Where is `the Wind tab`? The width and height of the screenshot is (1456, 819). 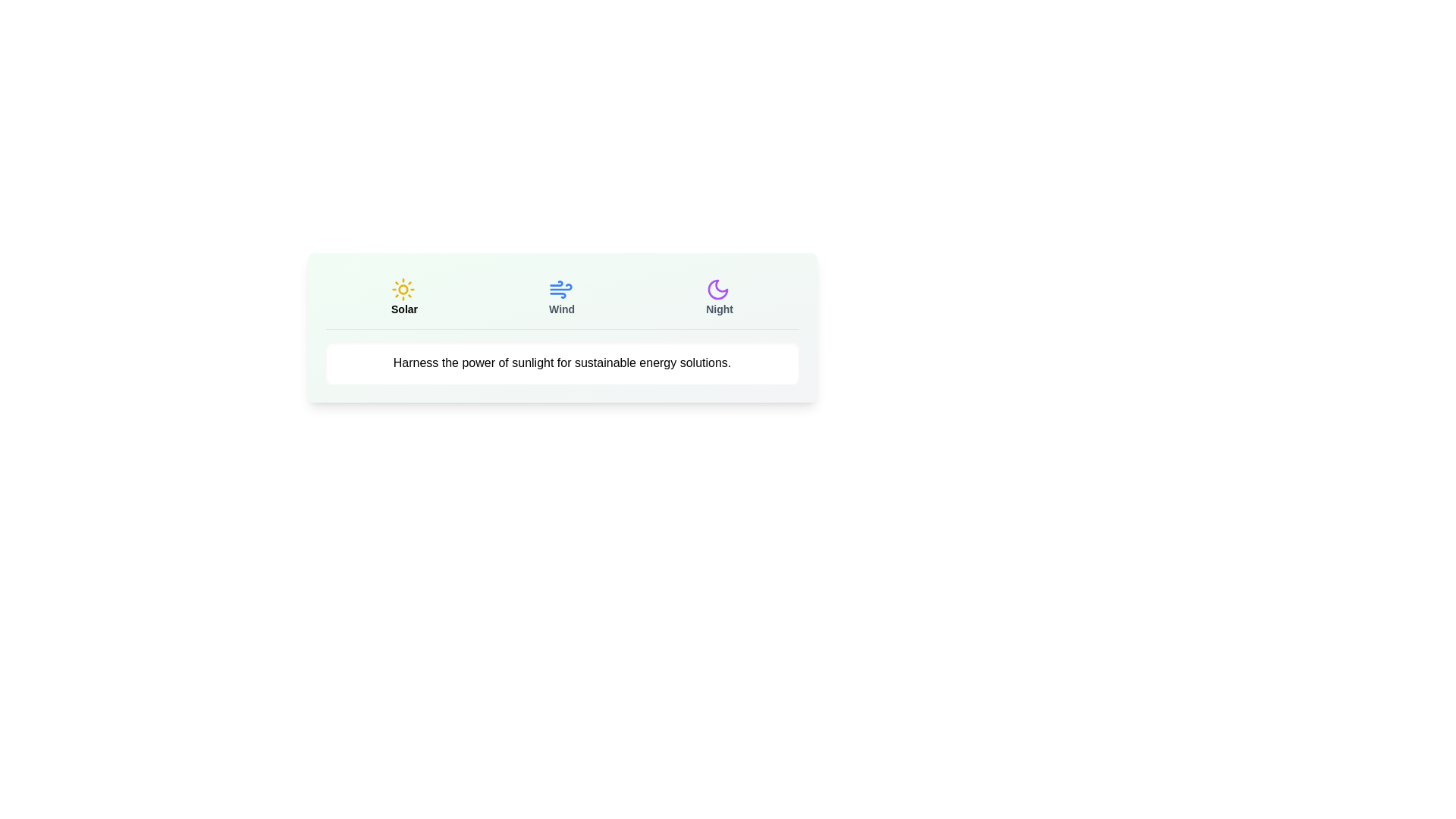
the Wind tab is located at coordinates (561, 297).